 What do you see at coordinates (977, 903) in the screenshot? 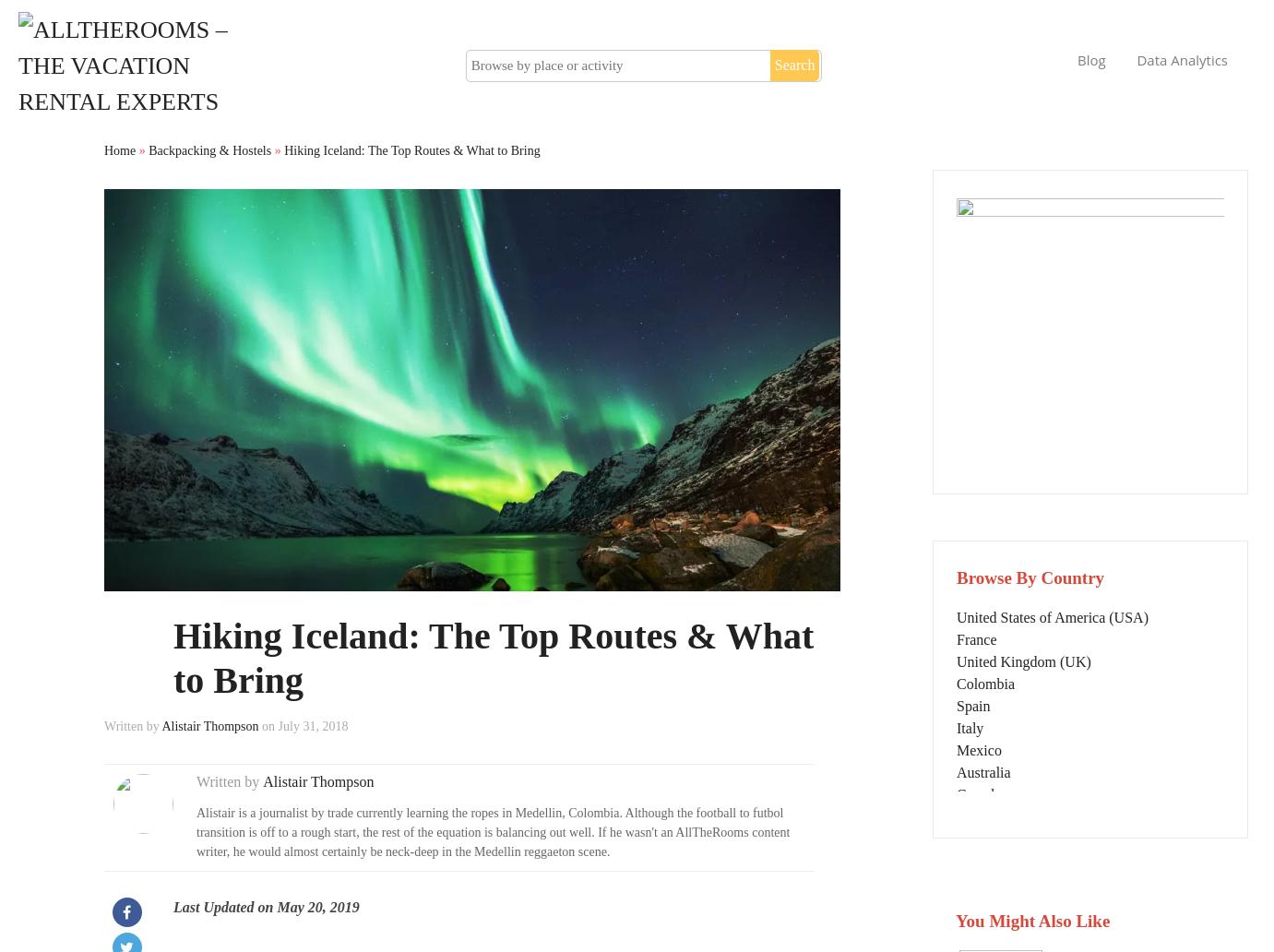
I see `'Greece'` at bounding box center [977, 903].